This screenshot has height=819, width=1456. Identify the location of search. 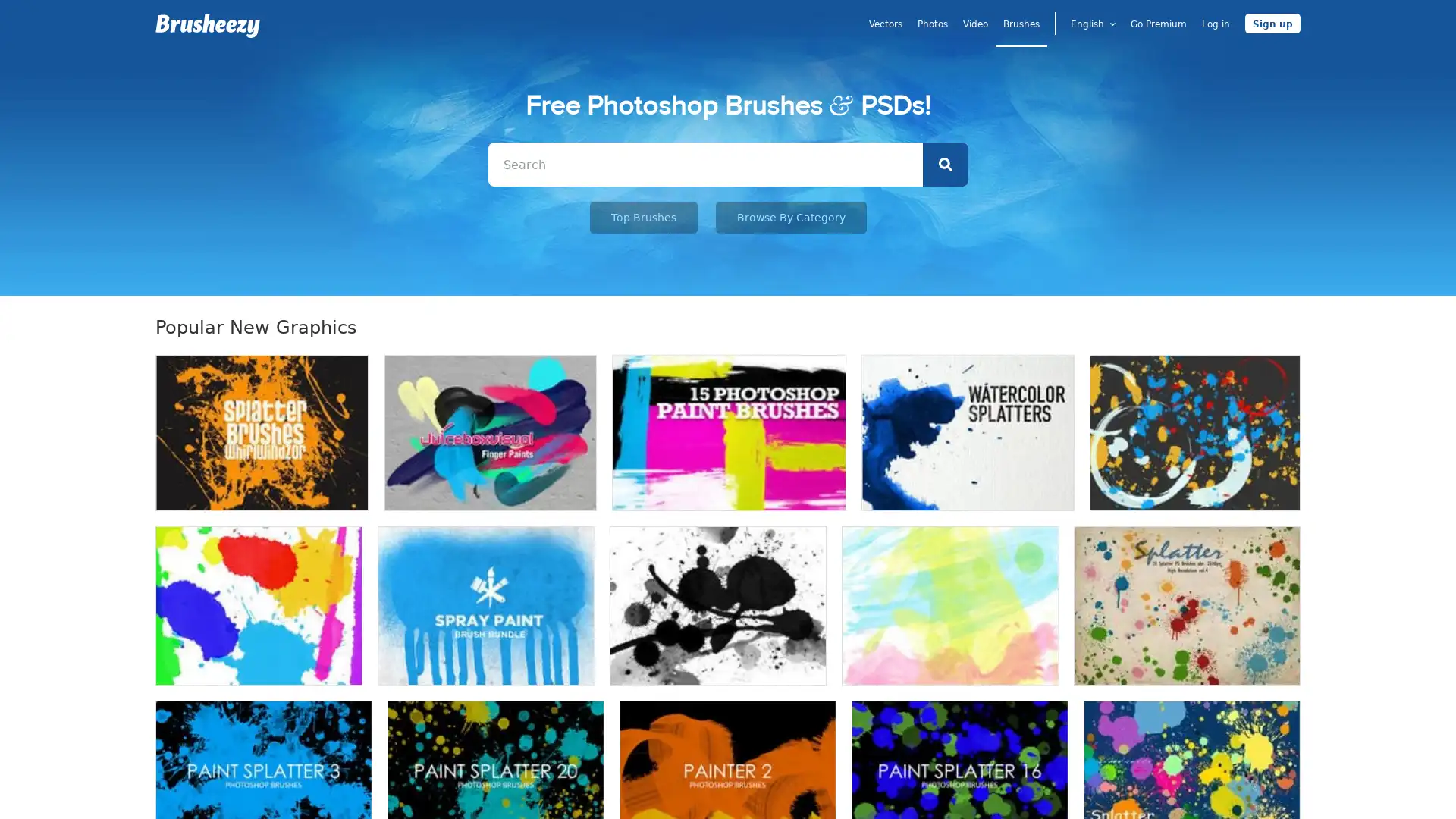
(944, 164).